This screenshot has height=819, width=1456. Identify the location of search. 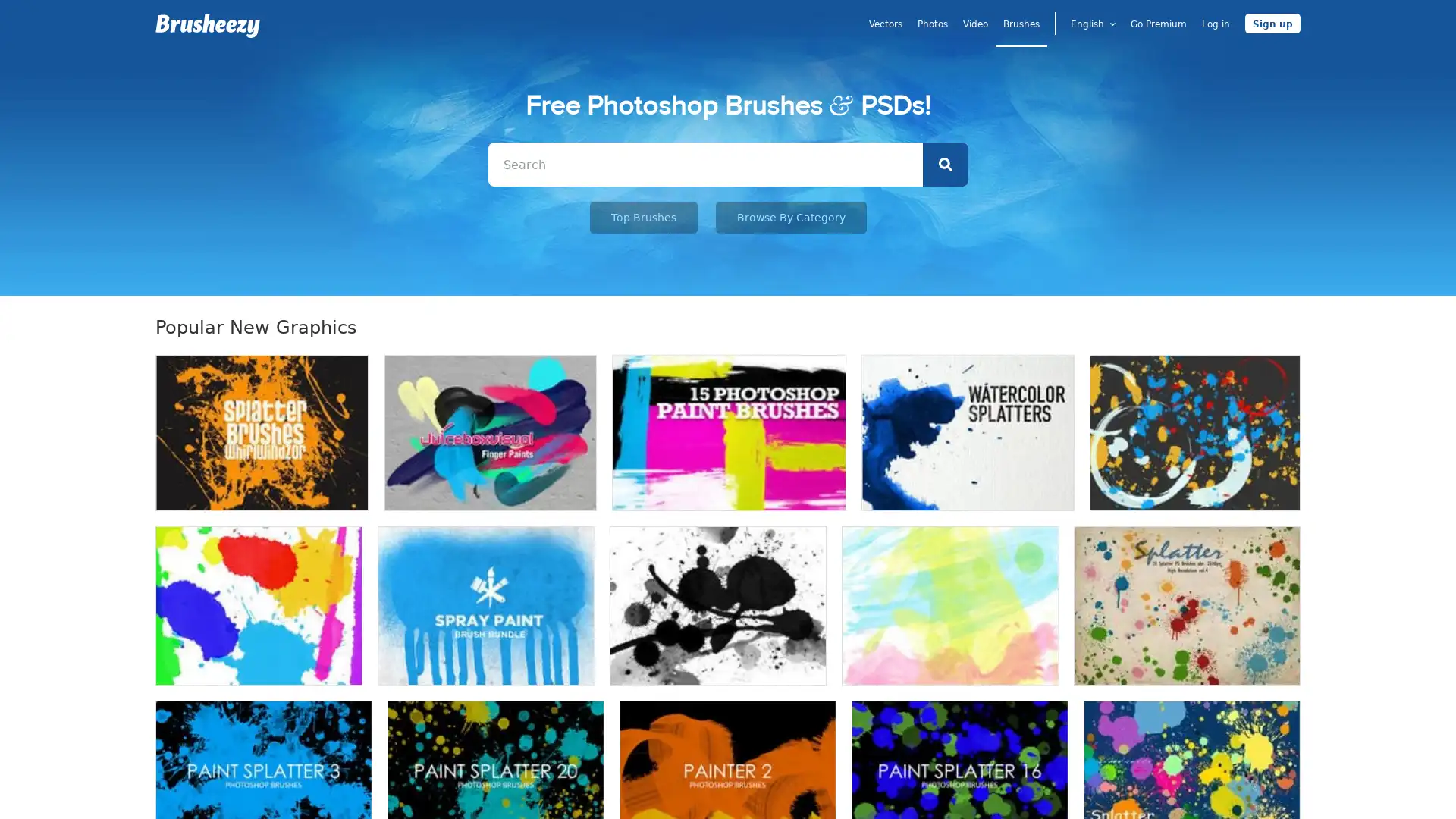
(944, 164).